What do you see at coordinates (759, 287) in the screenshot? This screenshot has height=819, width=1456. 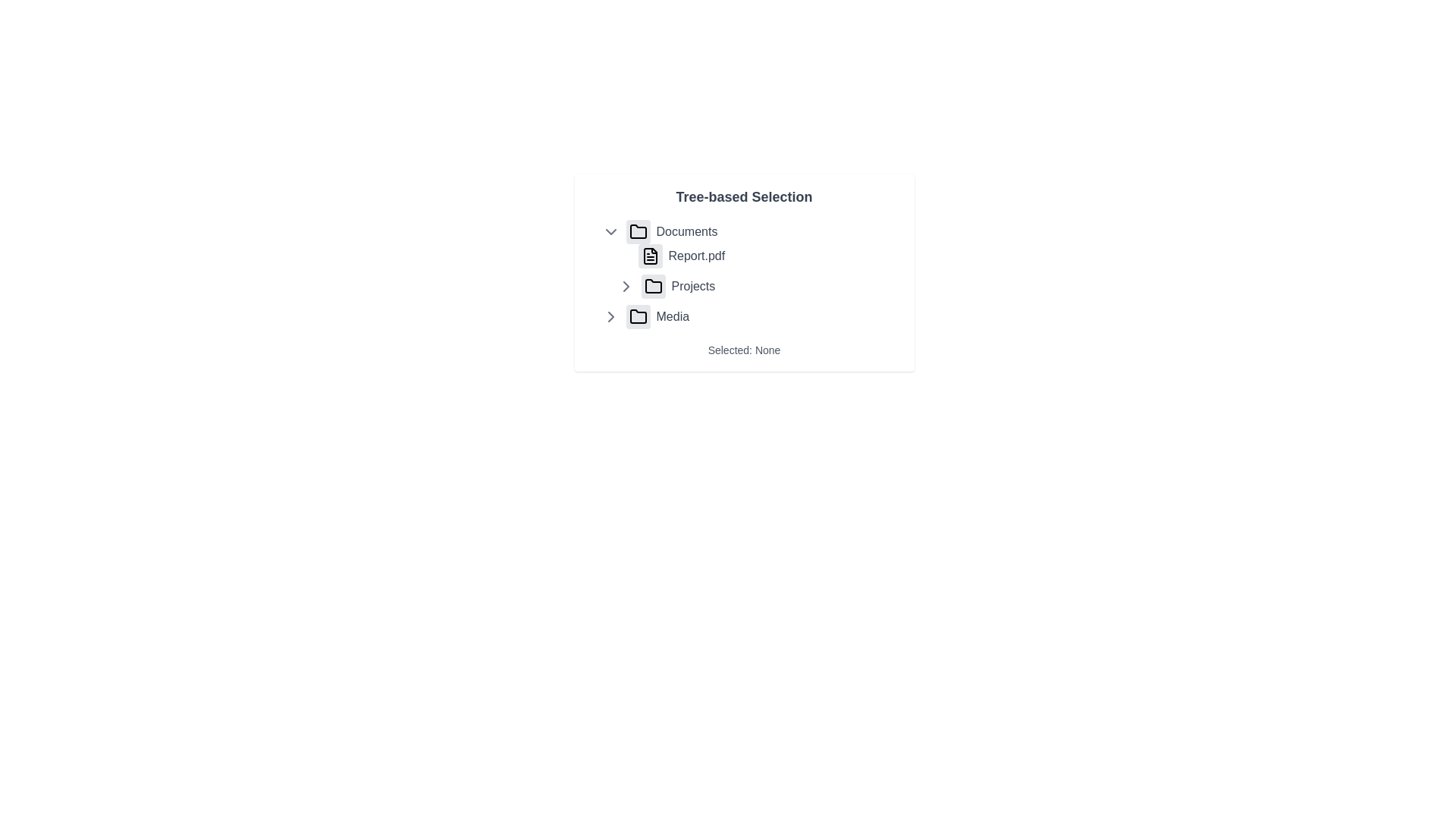 I see `the collapsible tree node representing 'Projects'` at bounding box center [759, 287].